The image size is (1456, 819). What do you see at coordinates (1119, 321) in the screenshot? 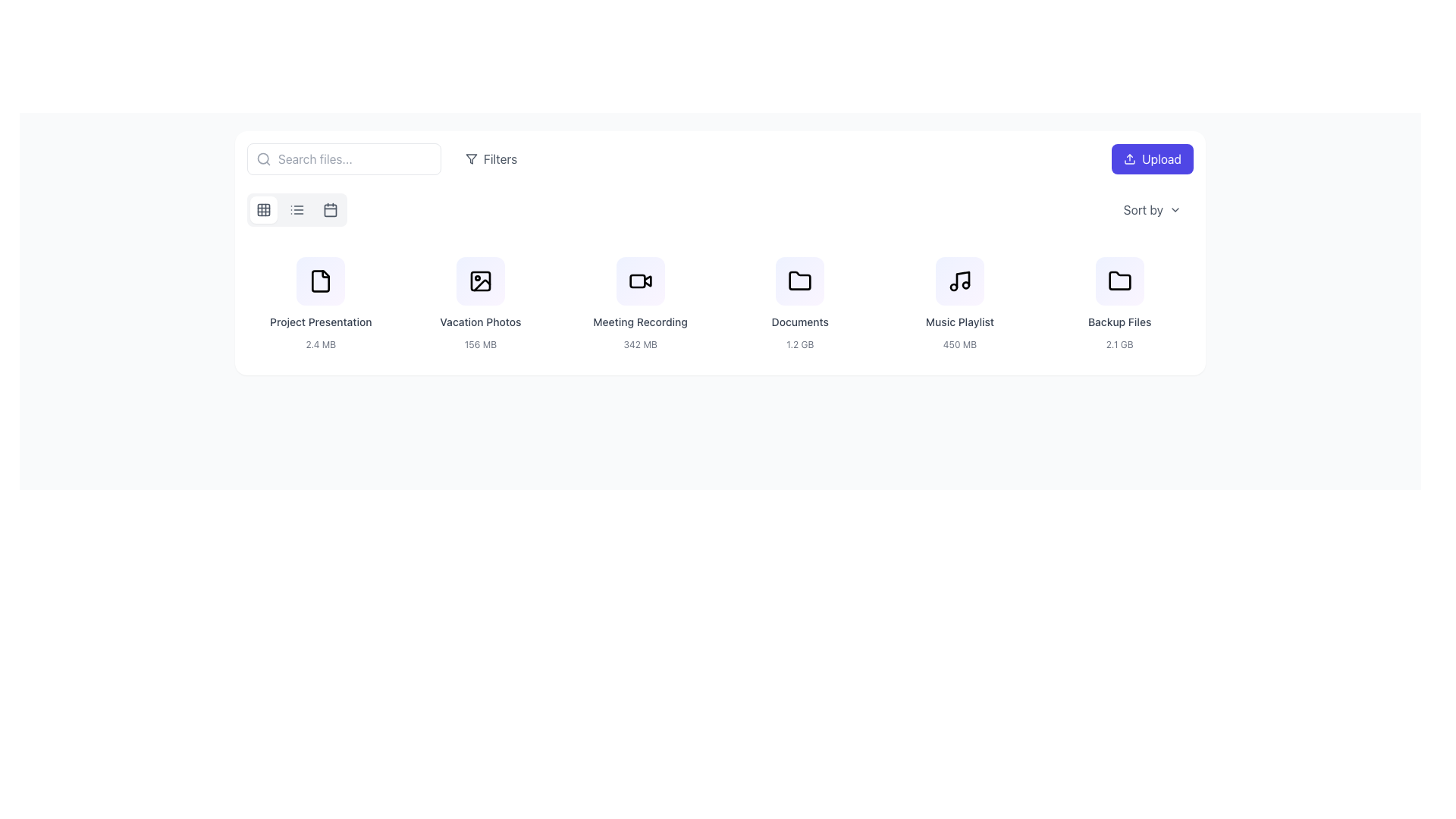
I see `the text label displaying 'Backup Files', which is a small-sized, centrally aligned, medium weight, grayish colored text located at the bottom-center of the card above the '2.1 GB' text element` at bounding box center [1119, 321].